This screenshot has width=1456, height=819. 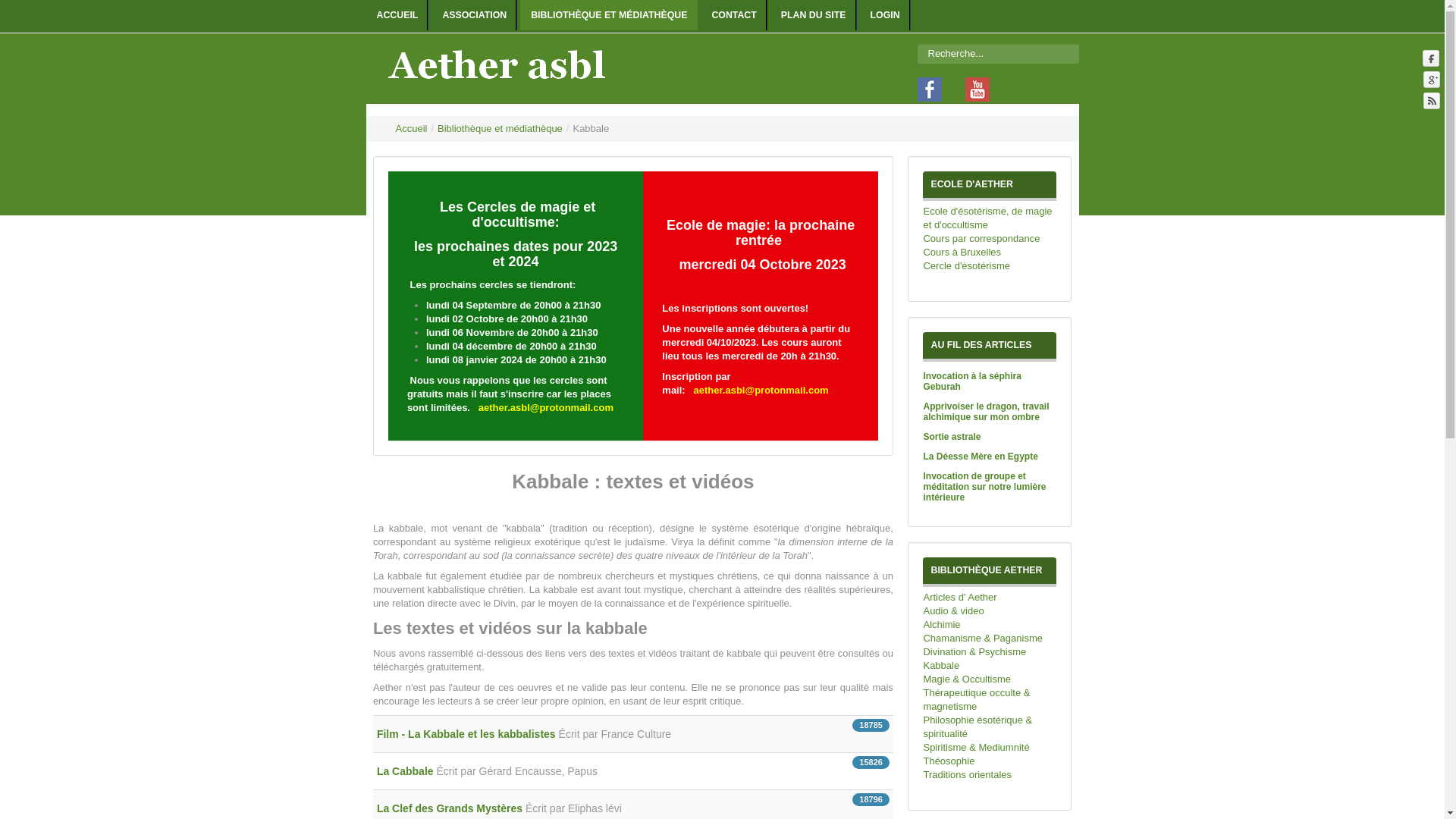 What do you see at coordinates (990, 239) in the screenshot?
I see `'Cours par correspondance'` at bounding box center [990, 239].